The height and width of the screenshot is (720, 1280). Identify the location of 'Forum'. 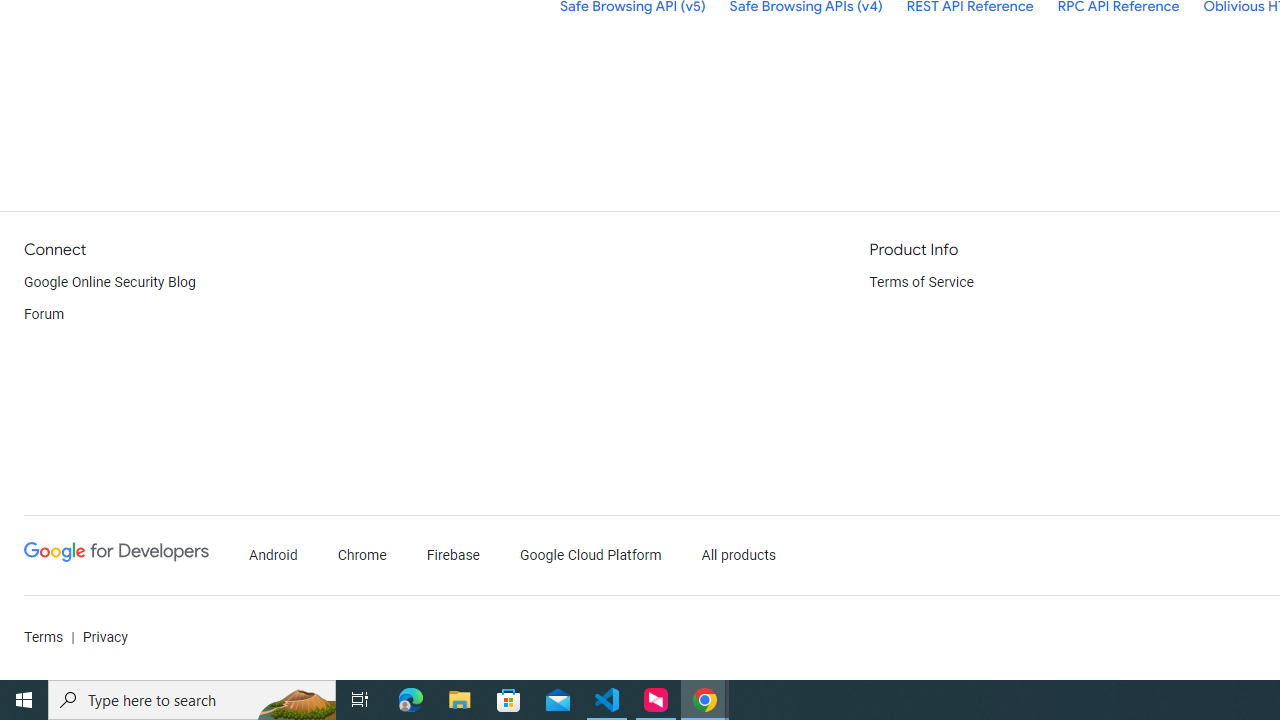
(44, 315).